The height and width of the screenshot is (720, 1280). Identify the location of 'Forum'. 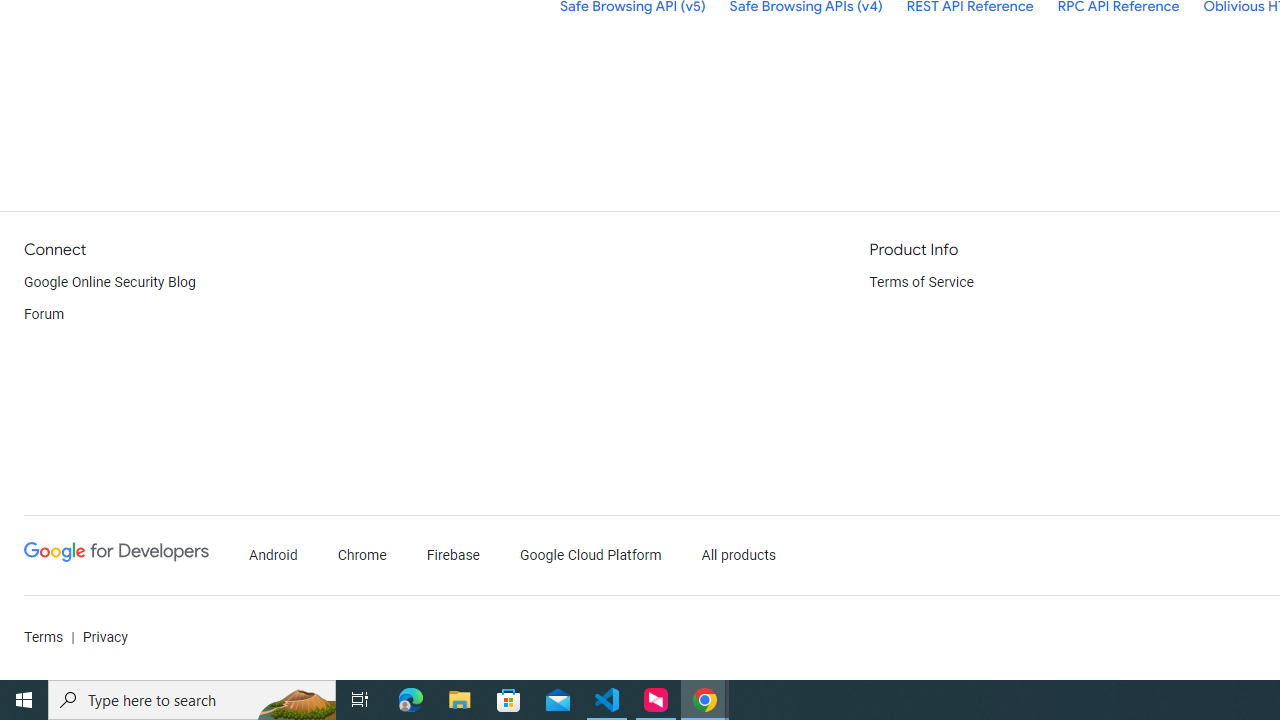
(44, 315).